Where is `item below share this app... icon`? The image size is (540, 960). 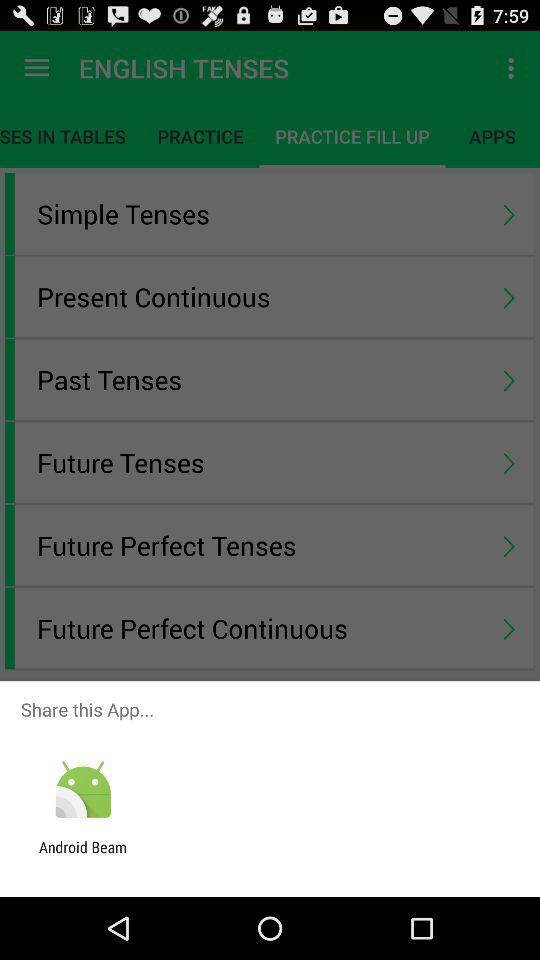
item below share this app... icon is located at coordinates (82, 790).